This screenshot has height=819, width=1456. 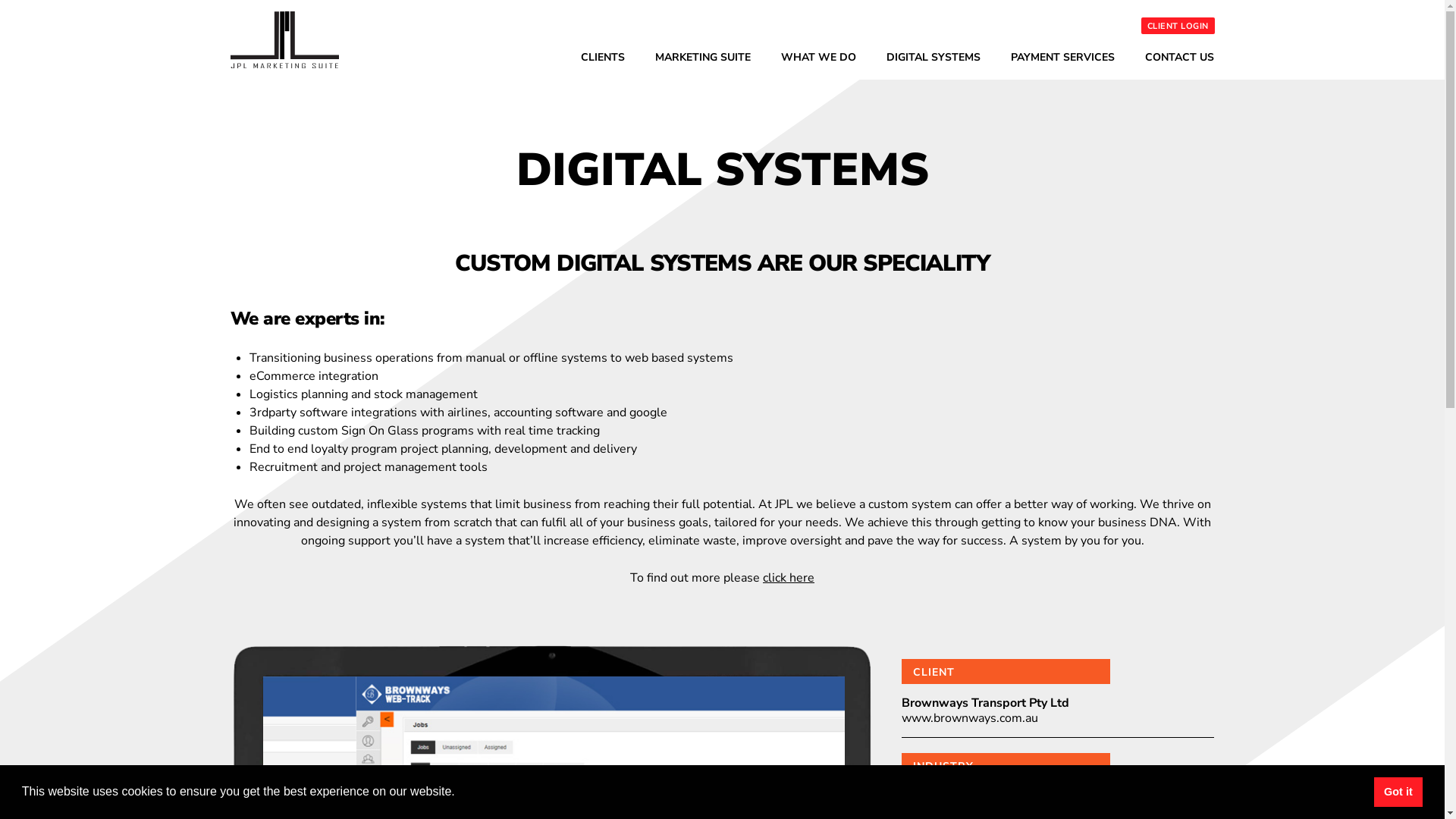 What do you see at coordinates (789, 578) in the screenshot?
I see `'click here'` at bounding box center [789, 578].